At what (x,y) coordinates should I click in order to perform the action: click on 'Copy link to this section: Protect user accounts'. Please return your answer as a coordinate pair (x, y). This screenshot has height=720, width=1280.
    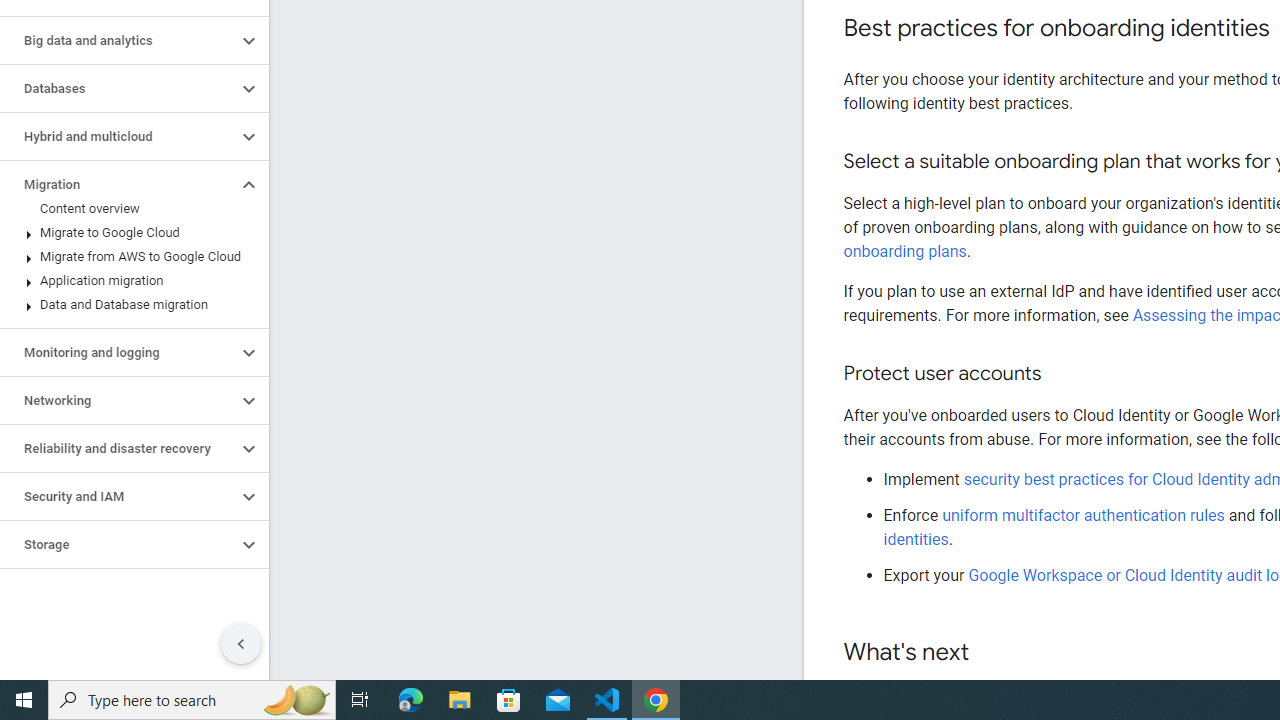
    Looking at the image, I should click on (1060, 374).